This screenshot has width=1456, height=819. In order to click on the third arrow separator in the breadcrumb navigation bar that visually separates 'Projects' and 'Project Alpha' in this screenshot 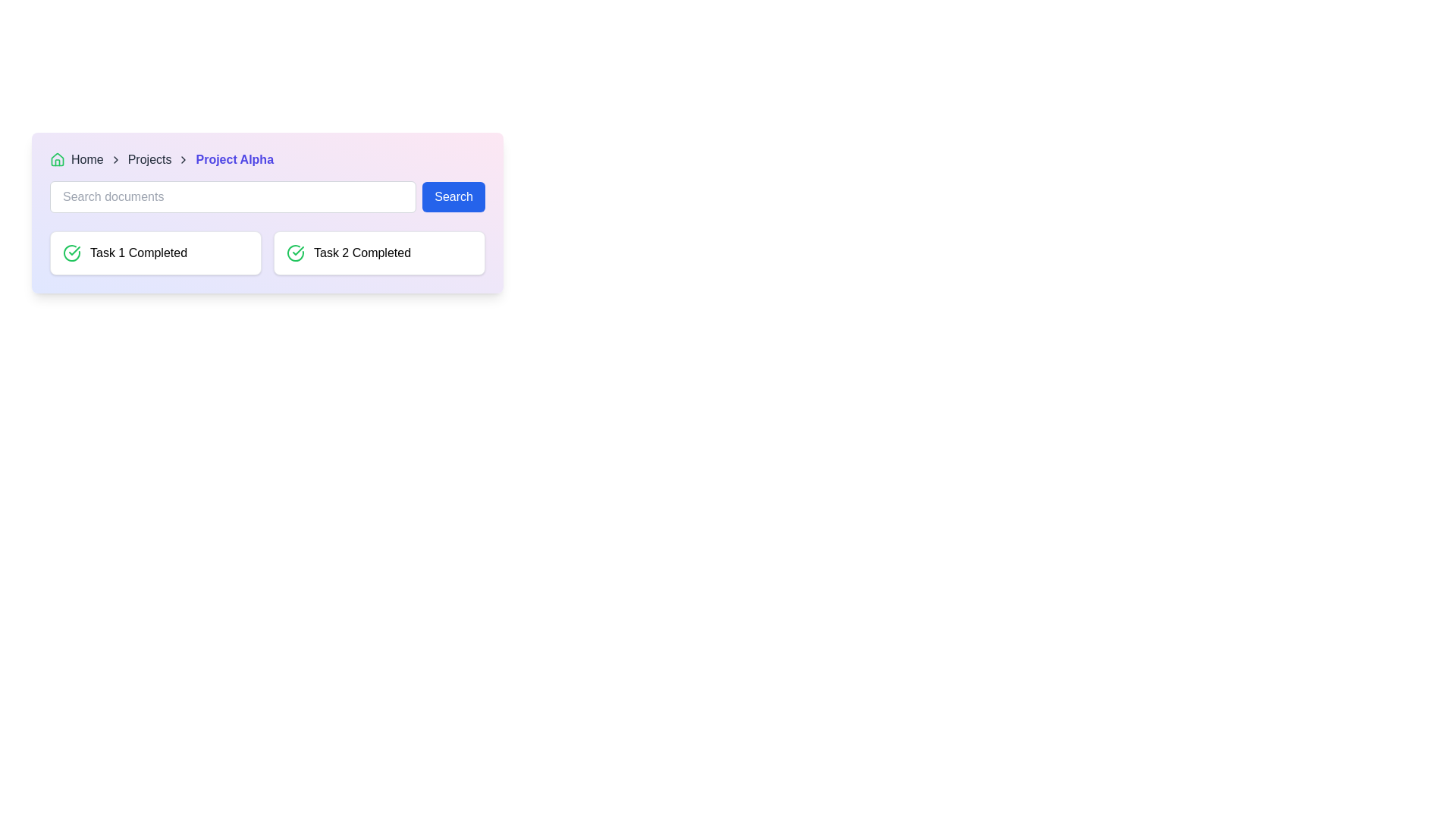, I will do `click(183, 160)`.